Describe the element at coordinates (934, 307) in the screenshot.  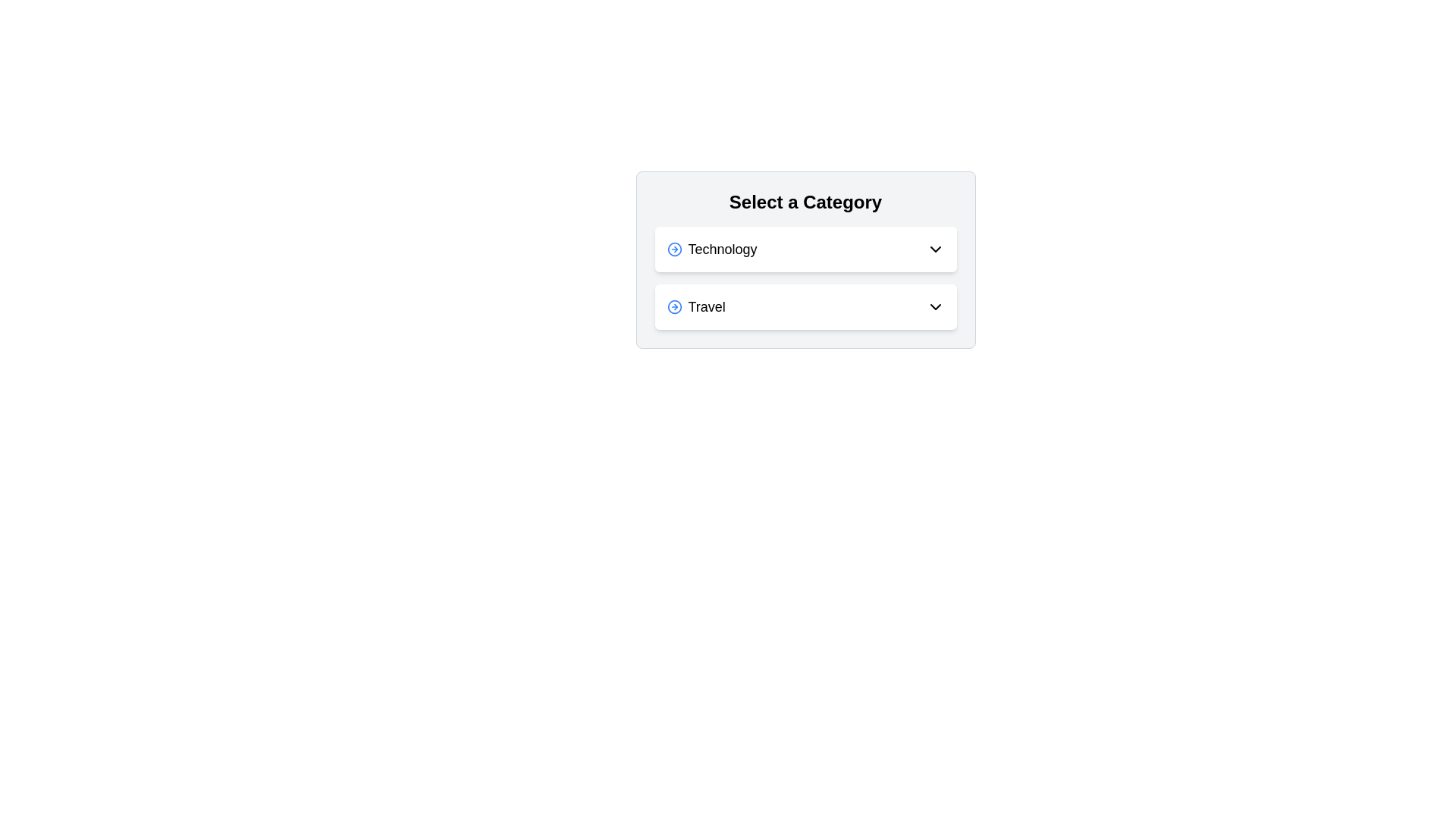
I see `the downward-facing chevron icon located next to the text 'Travel'` at that location.